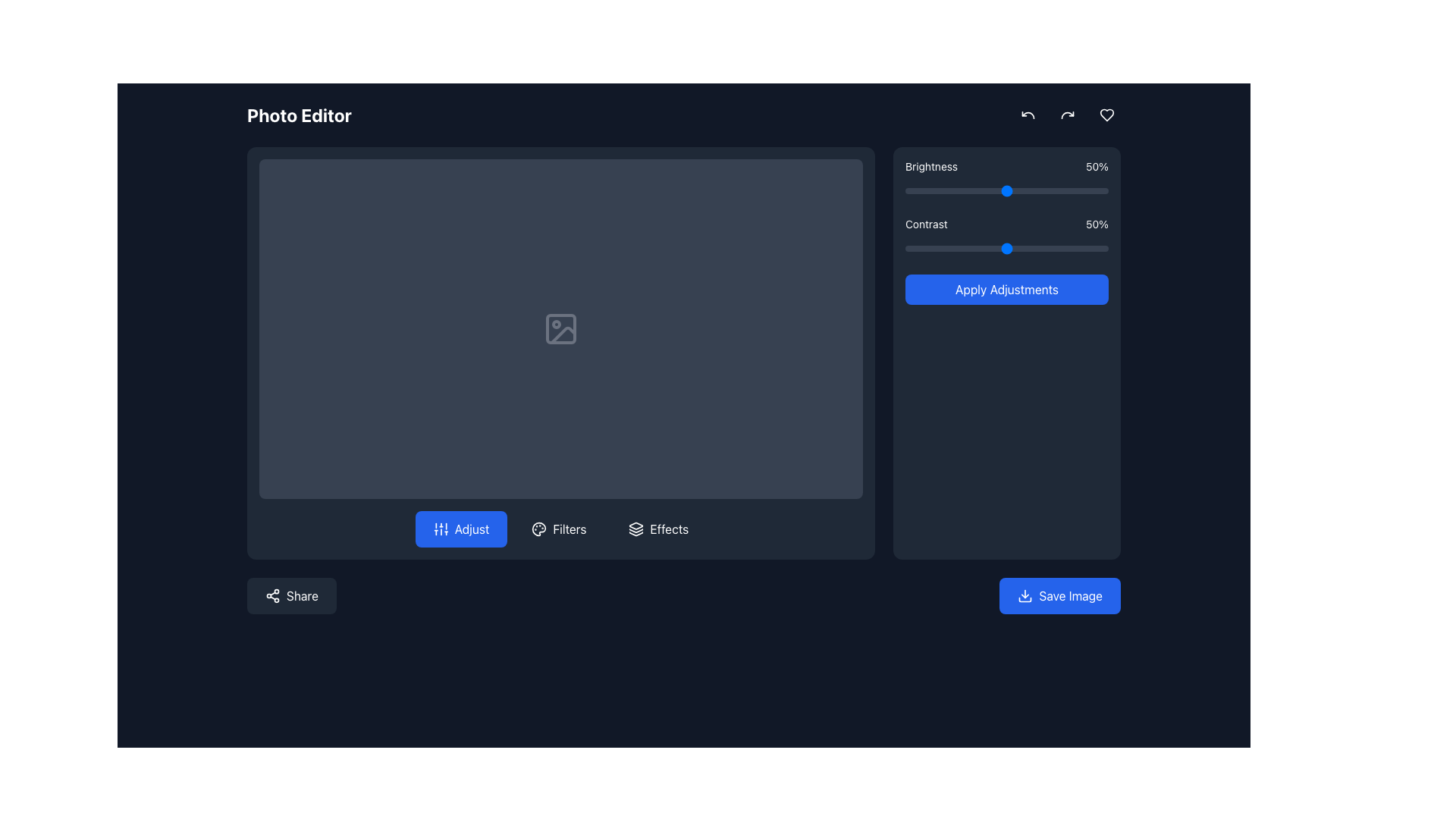 This screenshot has height=819, width=1456. I want to click on the icon that resembles stacked layers, which is located to the left of the text 'Effects' in the bottom-center section of the interface, so click(636, 528).